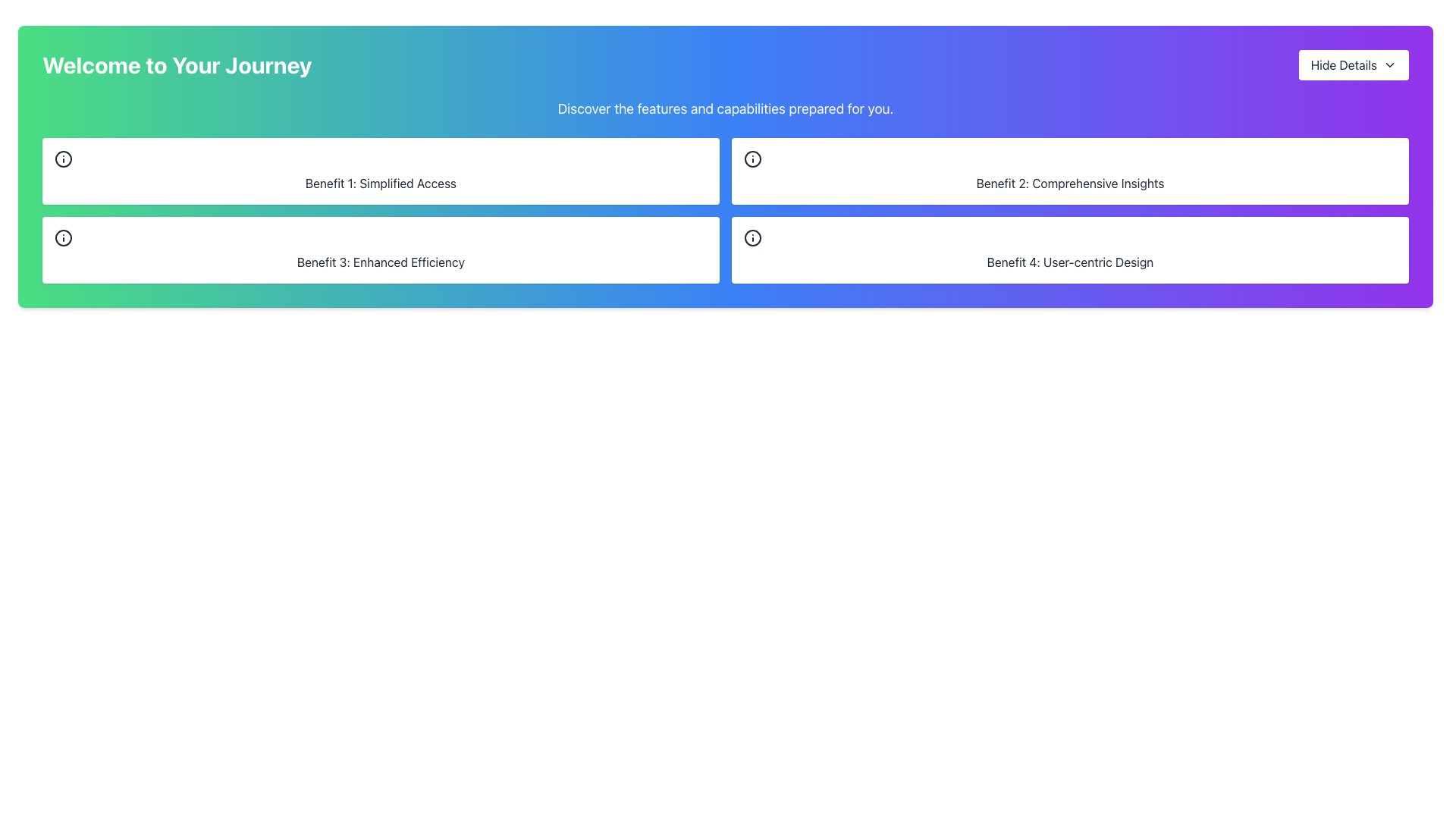  Describe the element at coordinates (381, 249) in the screenshot. I see `the Informational card that conveys the concept of 'Enhanced Efficiency', located in the bottom-left quadrant of a 2x2 grid structure, below 'Benefit 1: Simplified Access' and to the left of 'Benefit 4: User-centric Design'` at that location.